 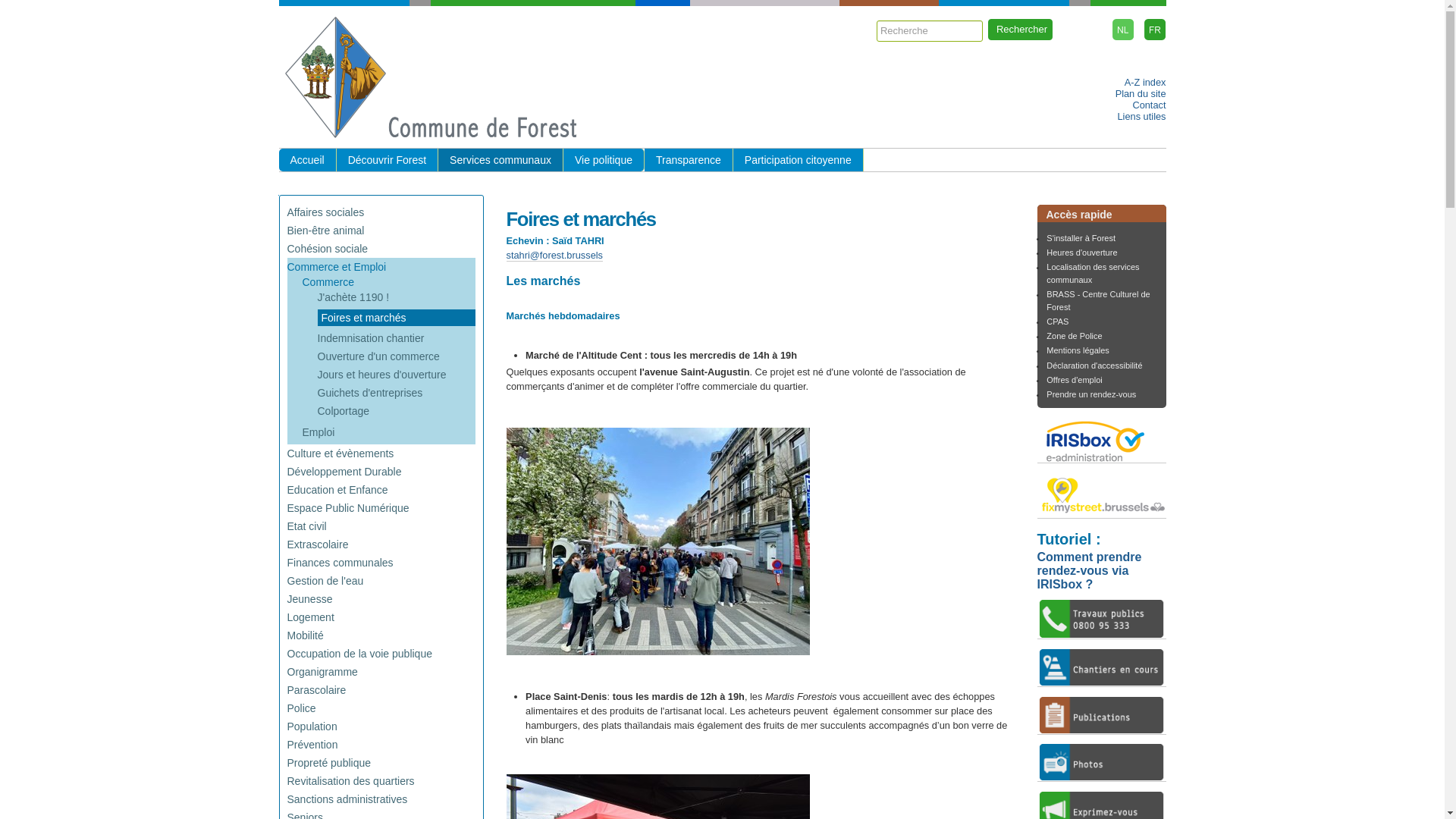 What do you see at coordinates (336, 489) in the screenshot?
I see `'Education et Enfance'` at bounding box center [336, 489].